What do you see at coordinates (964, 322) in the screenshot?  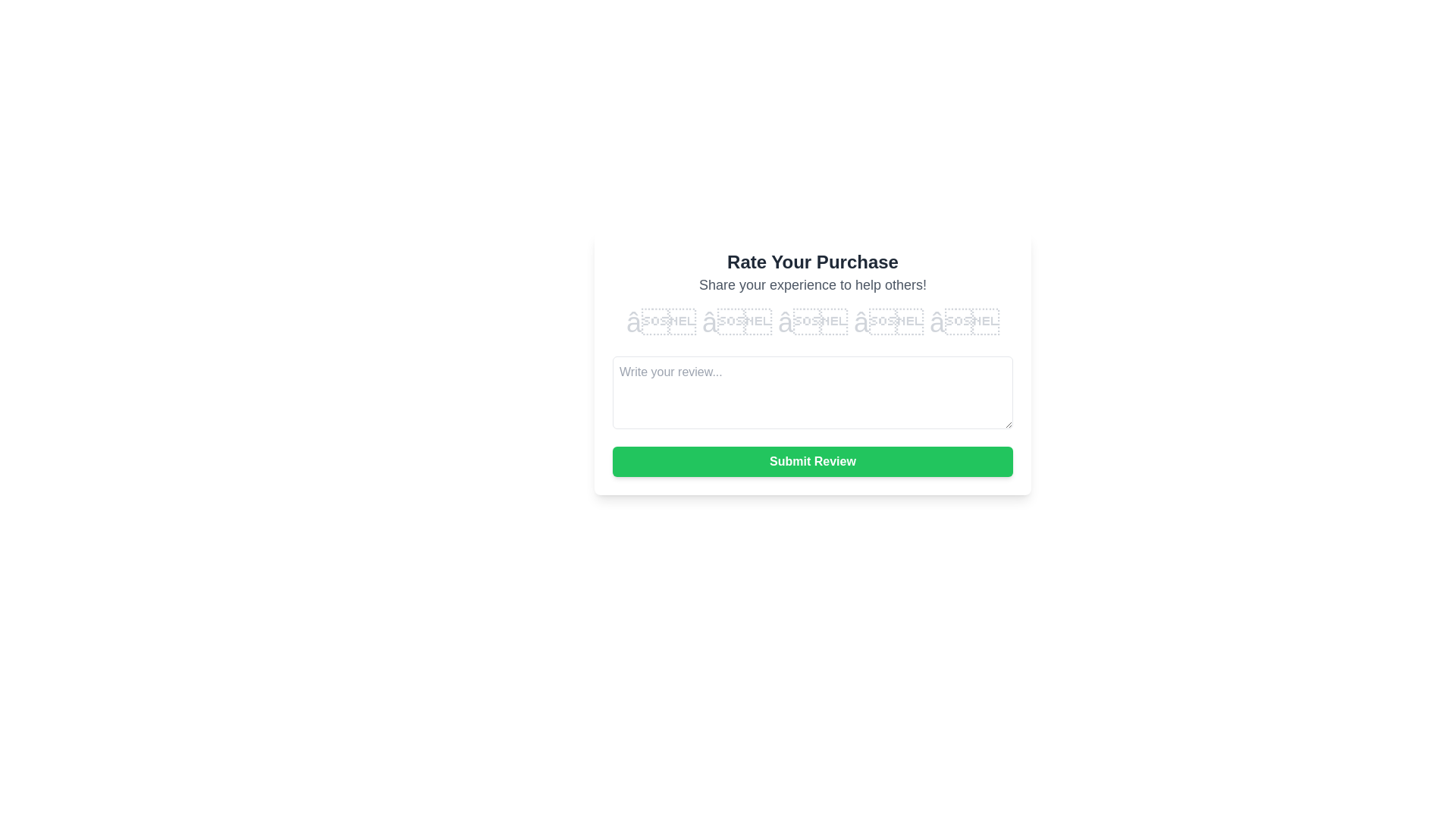 I see `the star corresponding to 5 to preview the rating` at bounding box center [964, 322].